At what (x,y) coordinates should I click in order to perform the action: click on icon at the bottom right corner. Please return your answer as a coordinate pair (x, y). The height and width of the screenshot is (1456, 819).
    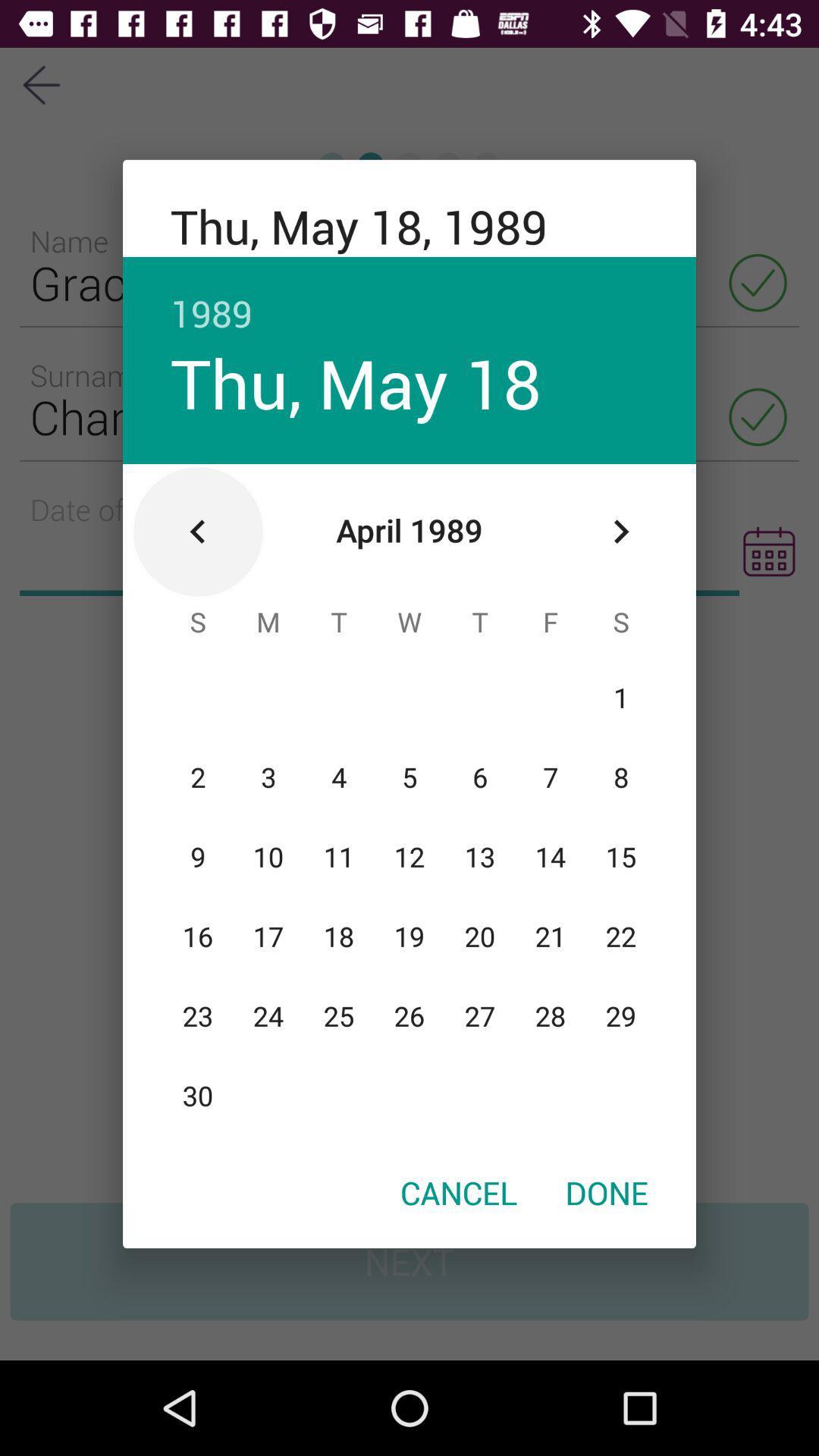
    Looking at the image, I should click on (606, 1191).